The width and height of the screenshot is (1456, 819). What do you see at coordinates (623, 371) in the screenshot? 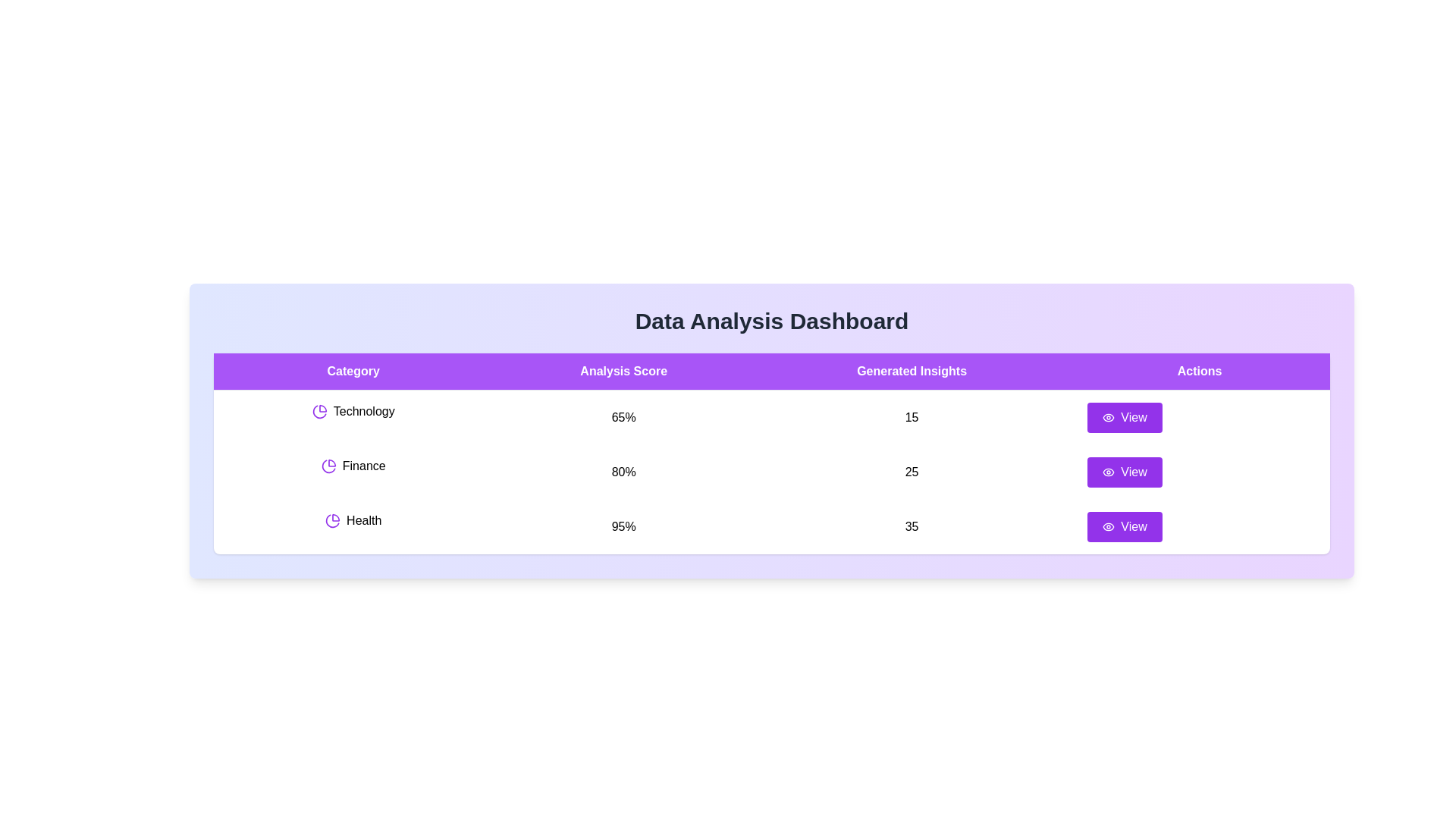
I see `the column header labeled 'Analysis Score' to sort the data` at bounding box center [623, 371].